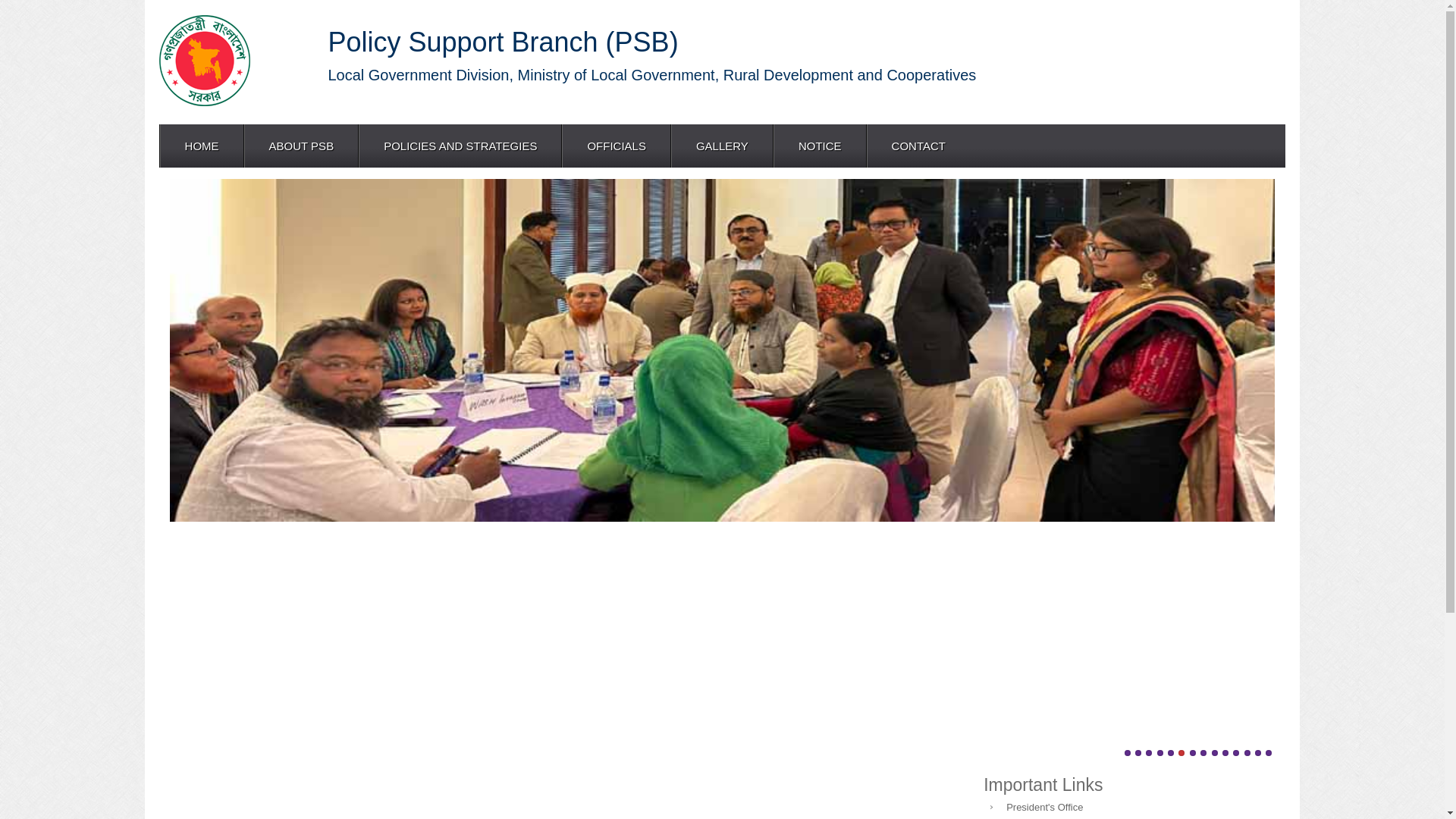 The height and width of the screenshot is (819, 1456). Describe the element at coordinates (1258, 752) in the screenshot. I see `'13'` at that location.